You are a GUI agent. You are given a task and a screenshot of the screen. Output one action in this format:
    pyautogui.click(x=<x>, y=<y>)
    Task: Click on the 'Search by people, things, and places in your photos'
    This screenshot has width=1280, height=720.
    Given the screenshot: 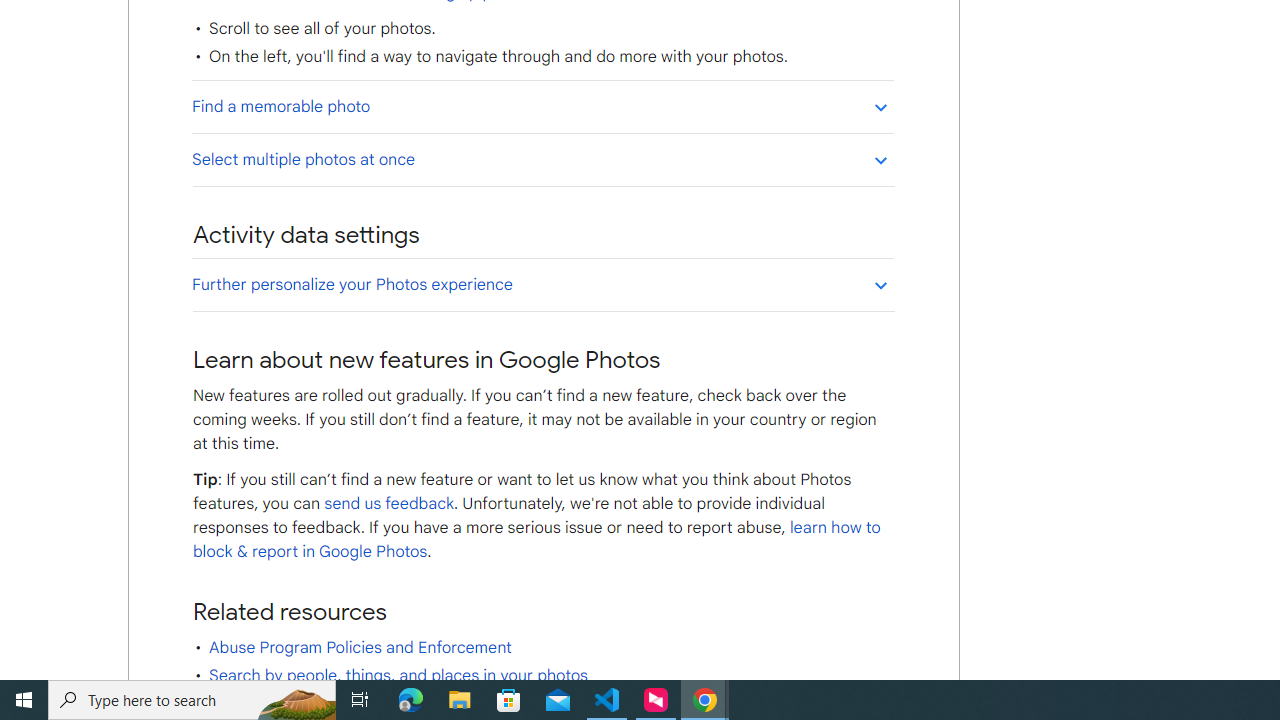 What is the action you would take?
    pyautogui.click(x=398, y=675)
    